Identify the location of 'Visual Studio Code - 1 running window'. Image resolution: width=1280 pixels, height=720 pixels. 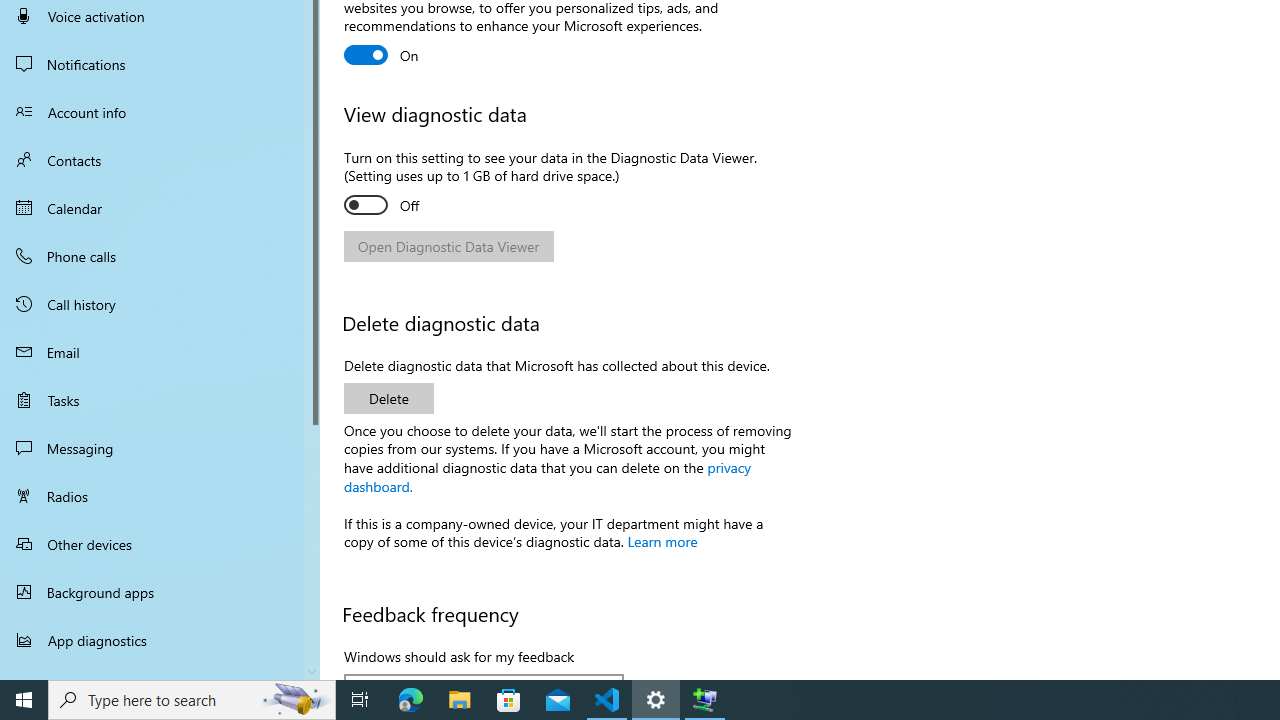
(606, 698).